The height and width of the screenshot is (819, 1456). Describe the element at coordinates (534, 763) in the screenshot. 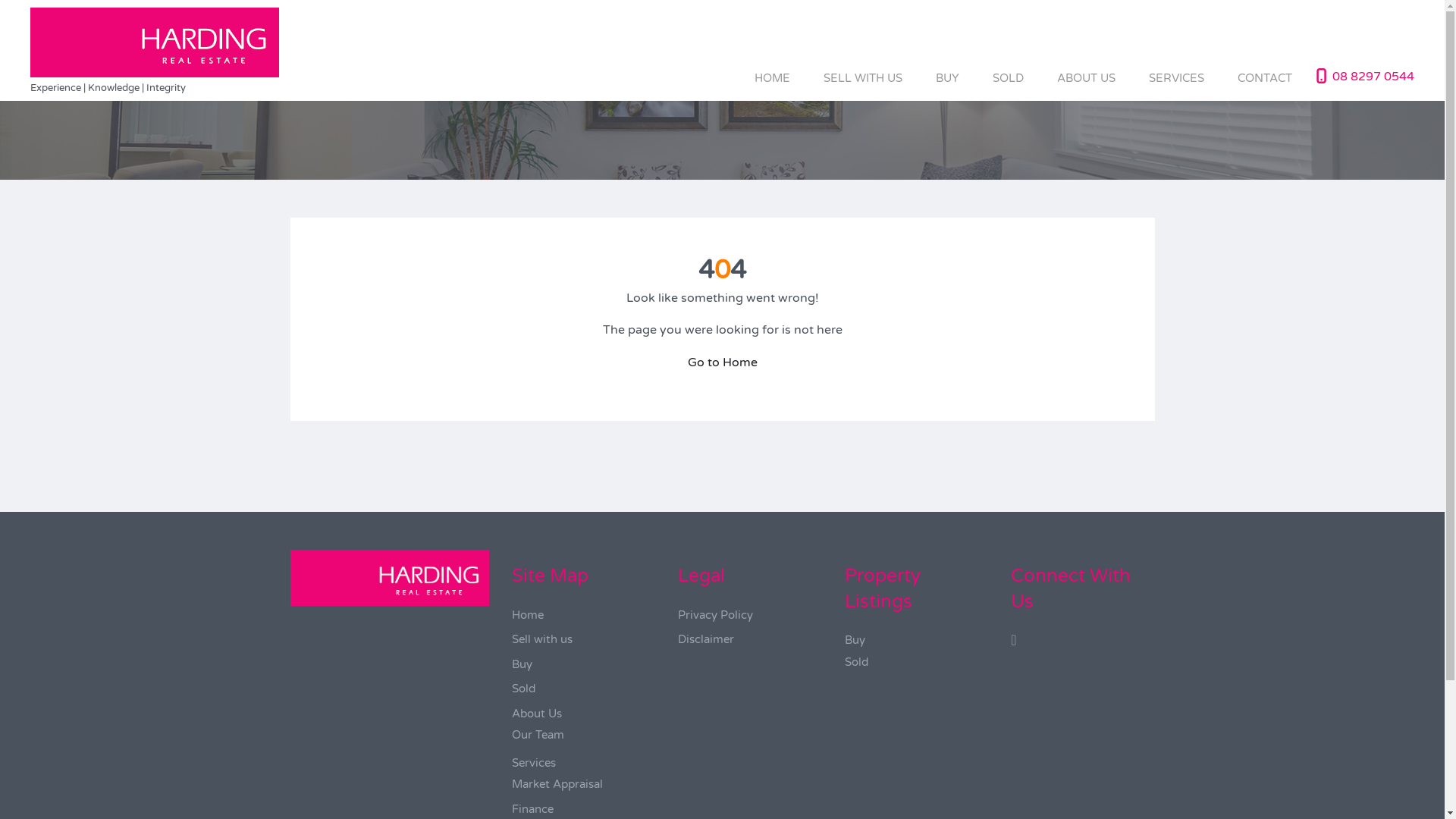

I see `'Services'` at that location.